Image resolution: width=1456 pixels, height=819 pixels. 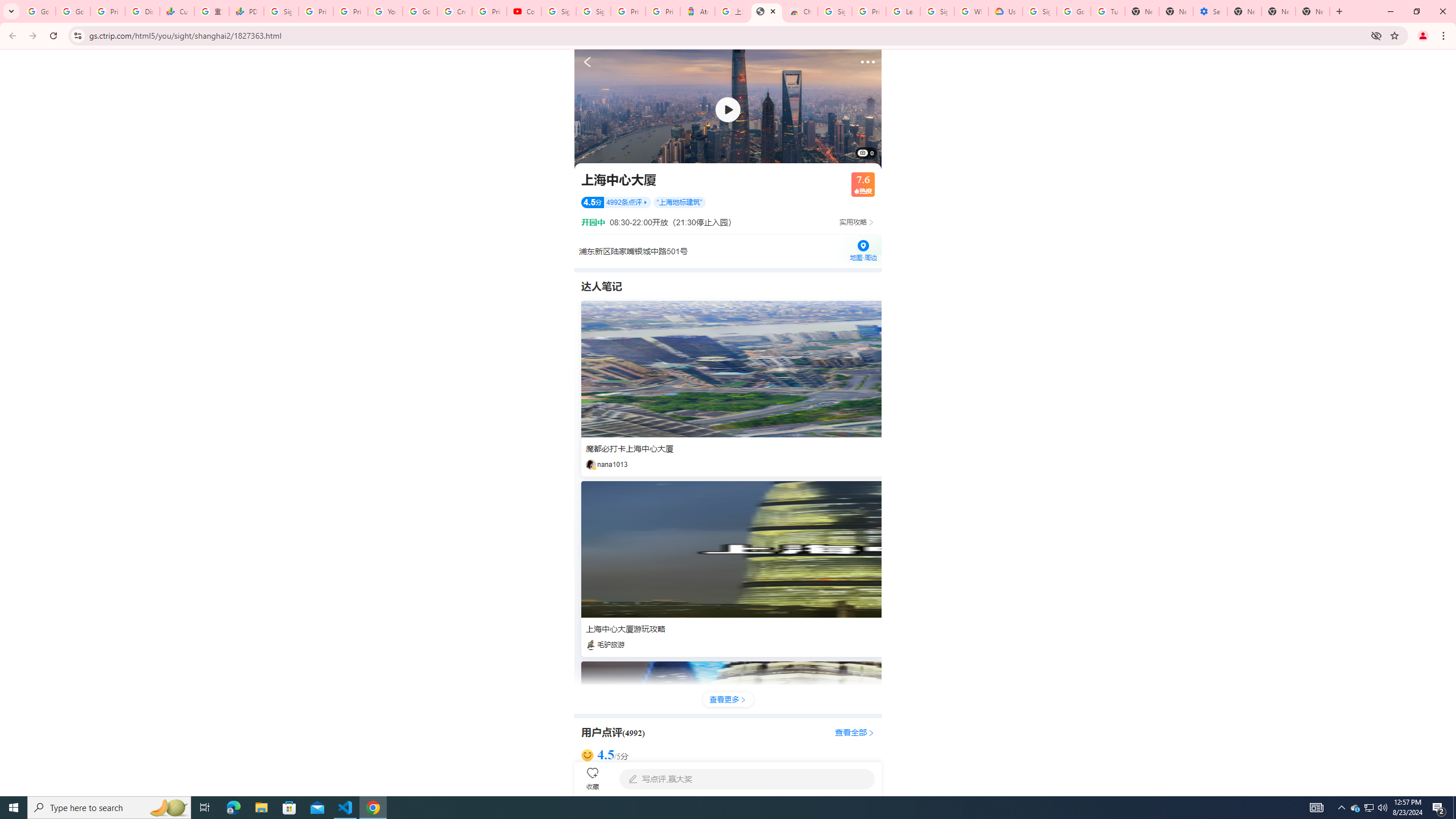 What do you see at coordinates (384, 11) in the screenshot?
I see `'YouTube'` at bounding box center [384, 11].